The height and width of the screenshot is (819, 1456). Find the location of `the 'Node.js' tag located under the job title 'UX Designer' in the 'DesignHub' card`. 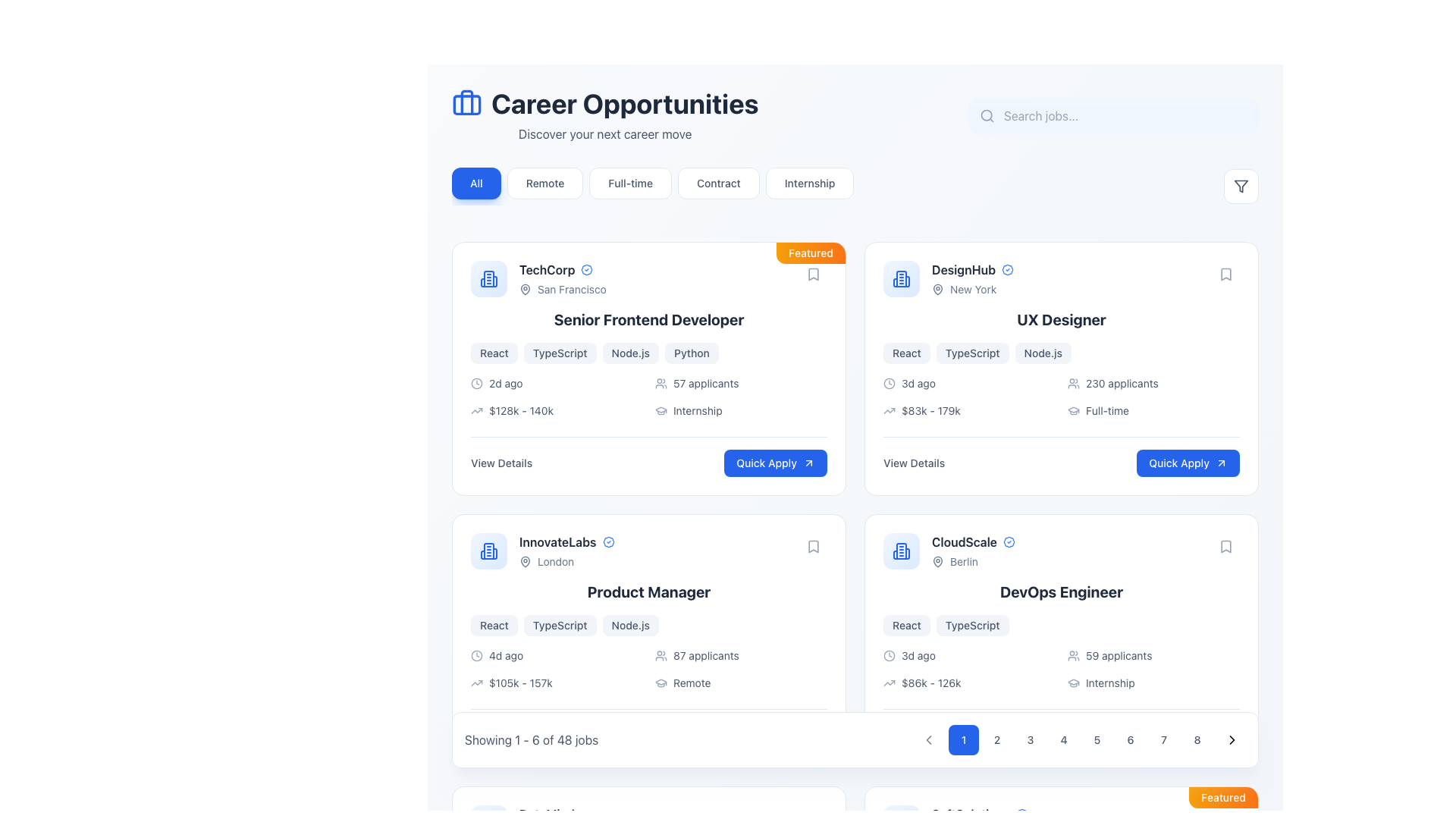

the 'Node.js' tag located under the job title 'UX Designer' in the 'DesignHub' card is located at coordinates (1042, 353).